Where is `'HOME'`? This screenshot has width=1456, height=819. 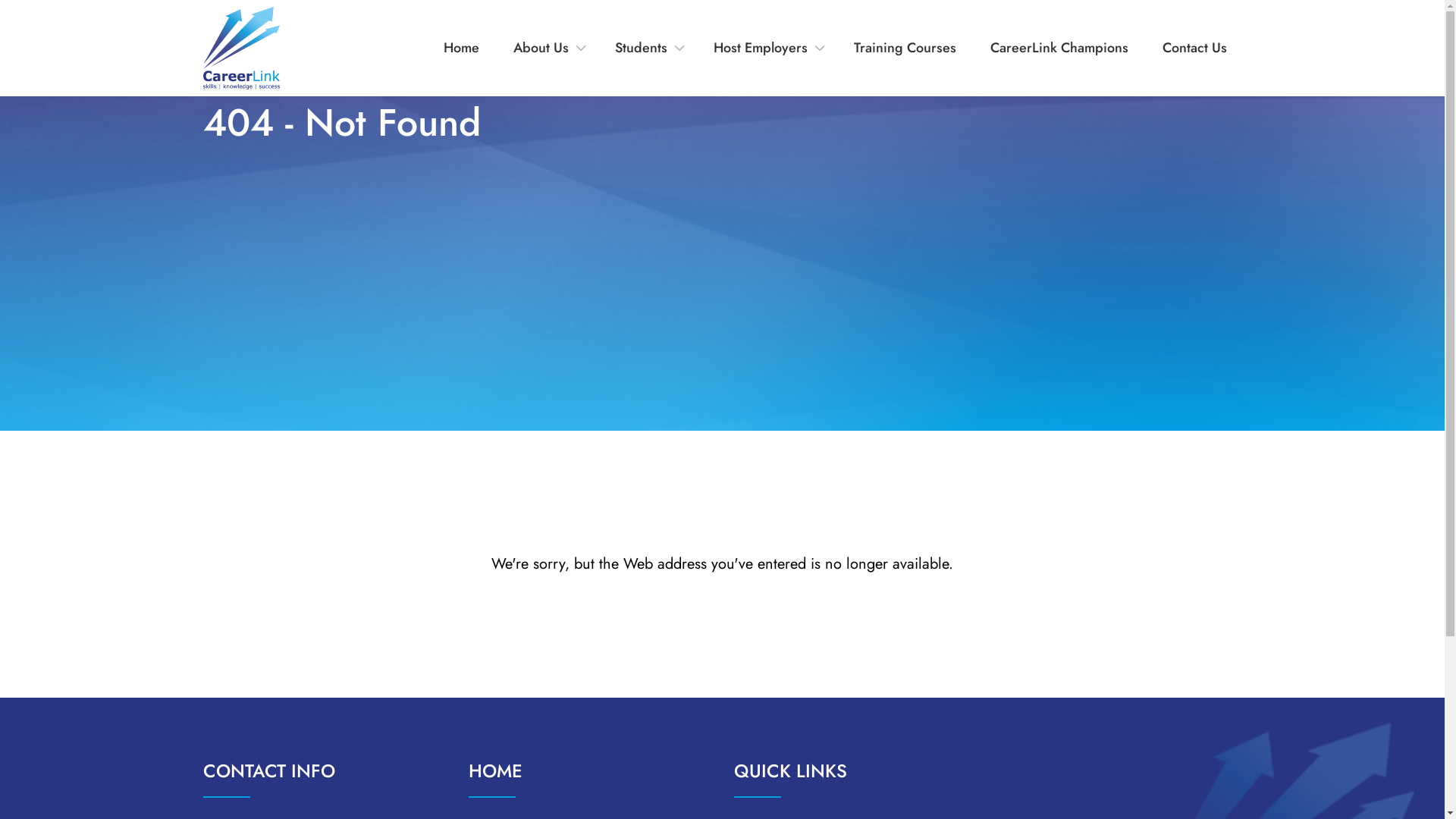 'HOME' is located at coordinates (495, 770).